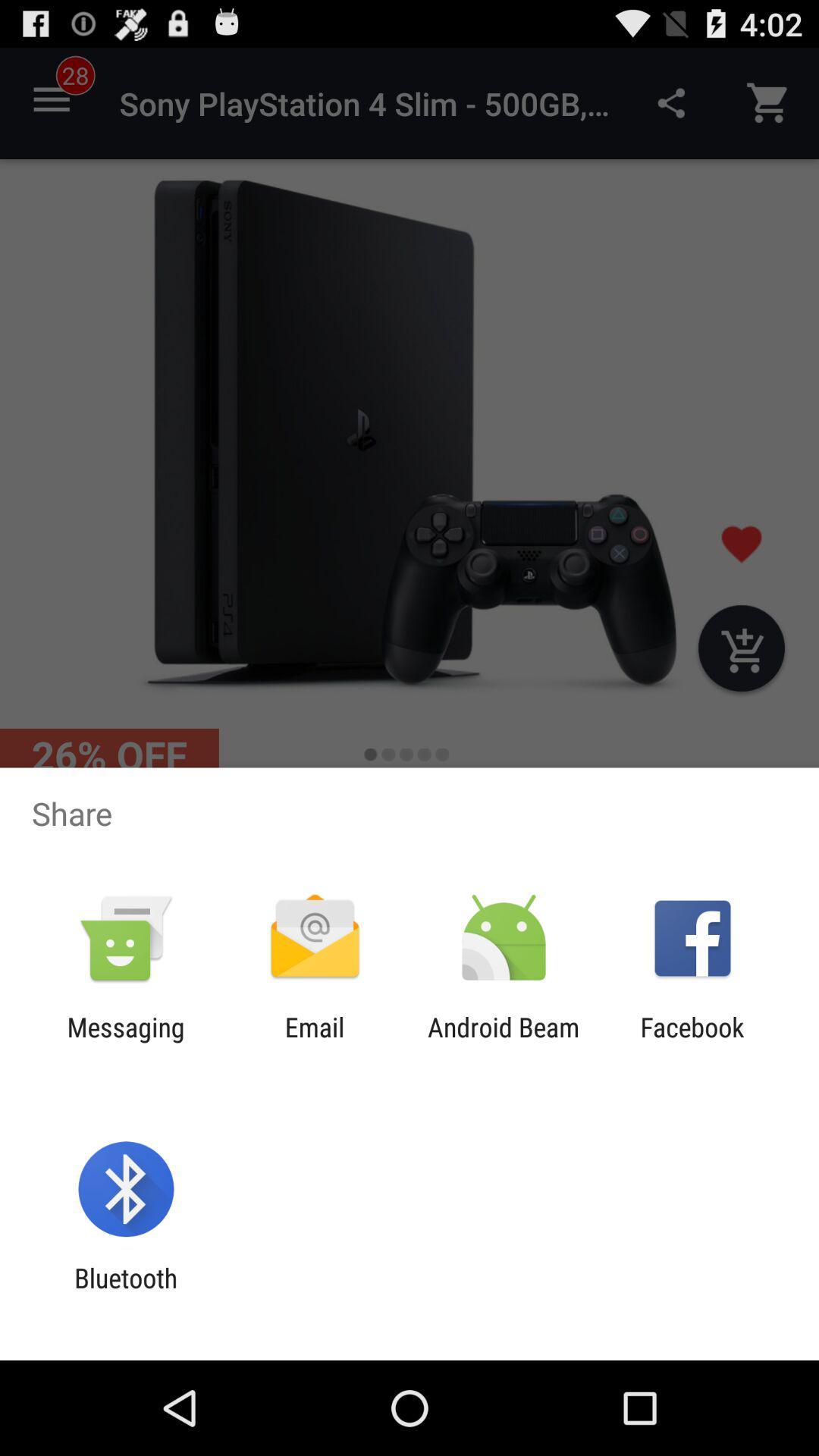 The image size is (819, 1456). Describe the element at coordinates (125, 1042) in the screenshot. I see `the icon next to email` at that location.